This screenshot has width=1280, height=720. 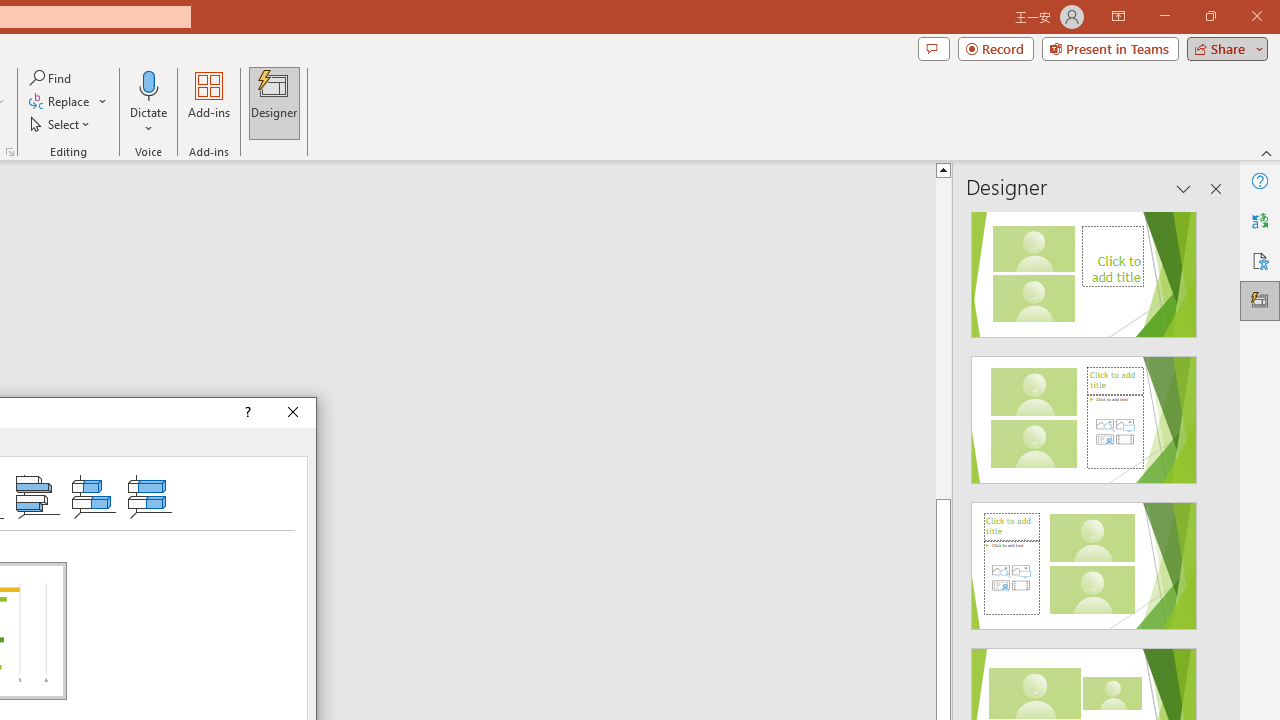 I want to click on '3-D Stacked Bar', so click(x=93, y=495).